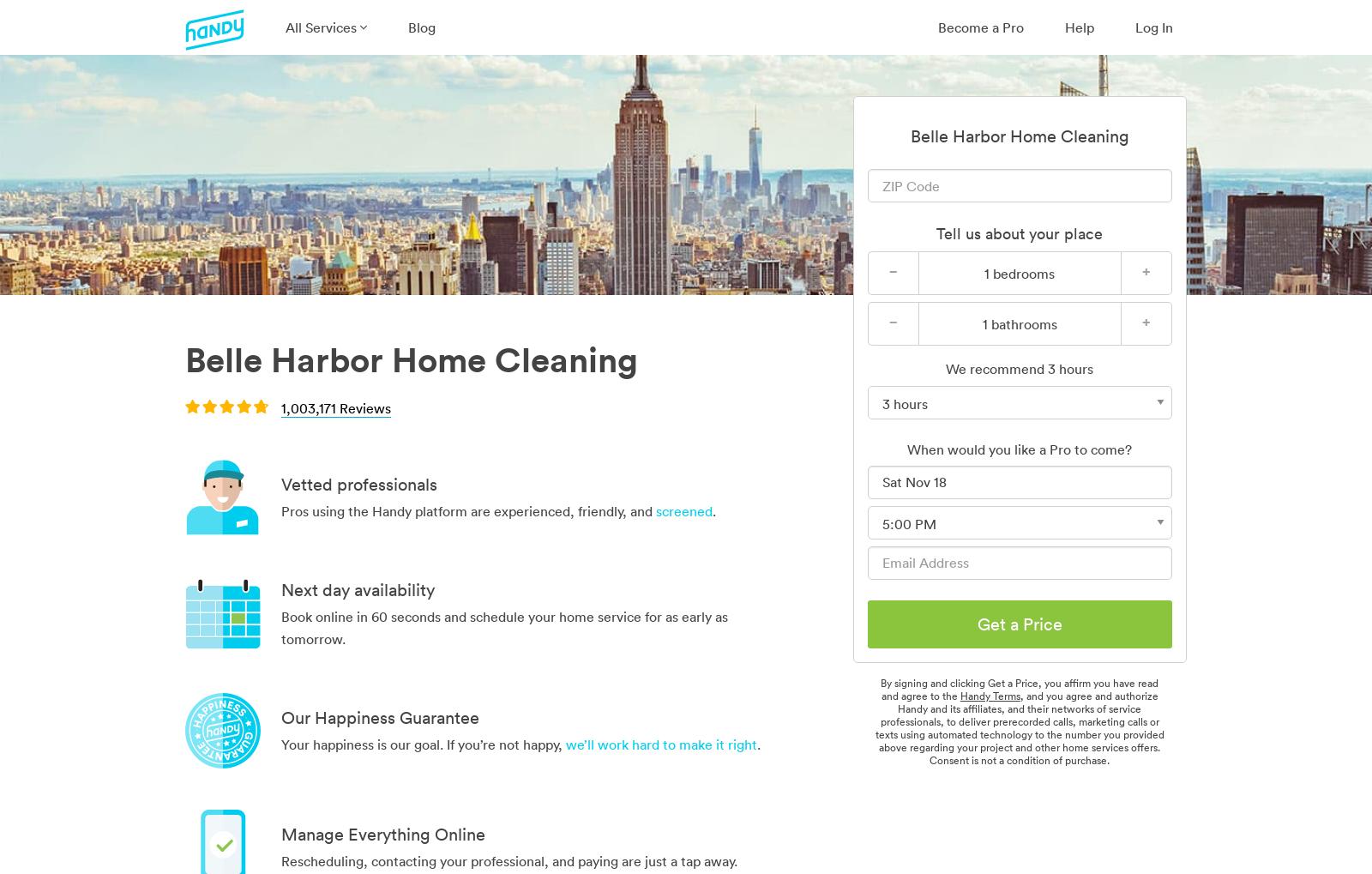 The width and height of the screenshot is (1372, 874). Describe the element at coordinates (1019, 369) in the screenshot. I see `'We recommend 3 hours'` at that location.